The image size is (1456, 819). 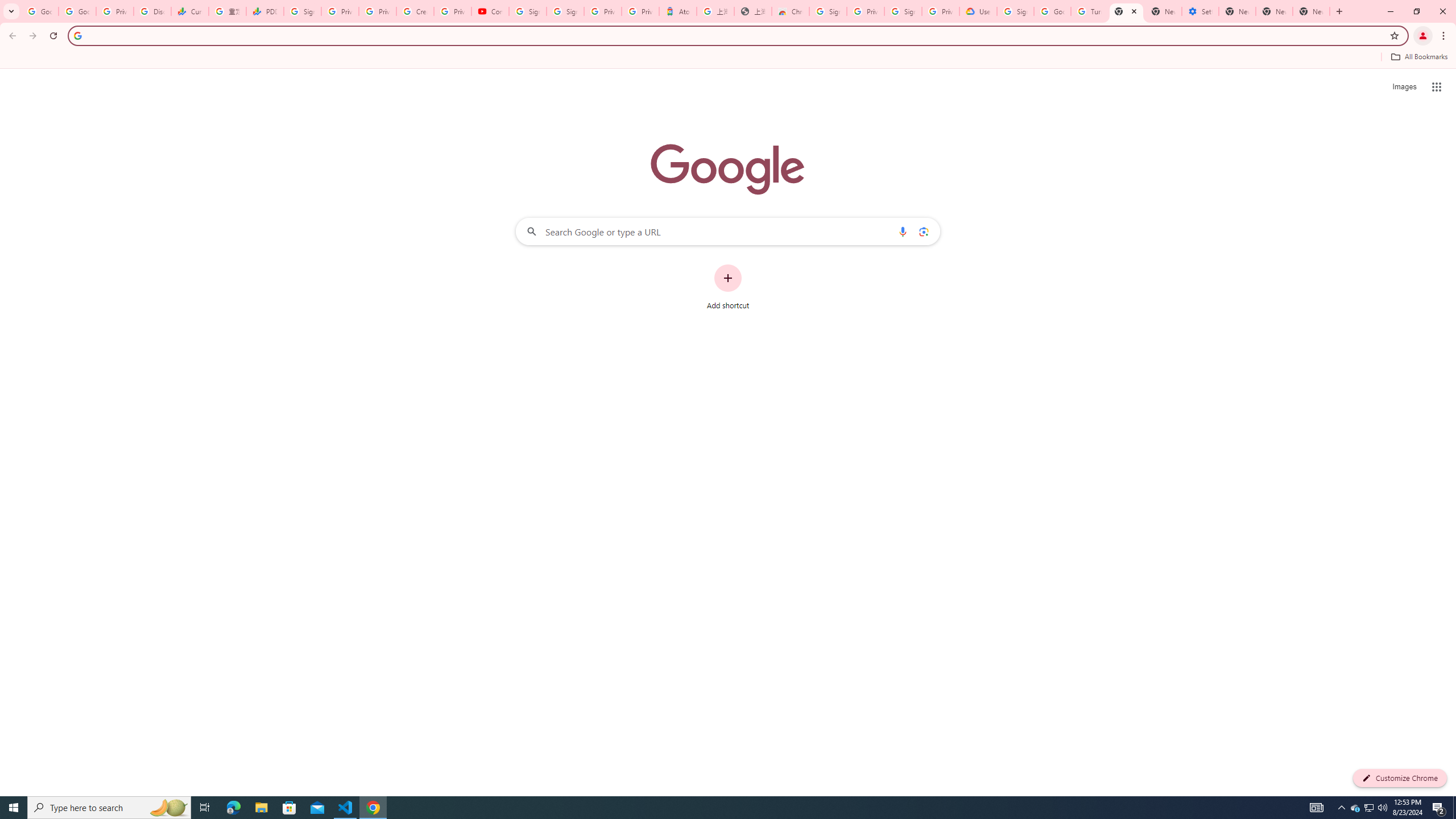 What do you see at coordinates (1199, 11) in the screenshot?
I see `'Settings - System'` at bounding box center [1199, 11].